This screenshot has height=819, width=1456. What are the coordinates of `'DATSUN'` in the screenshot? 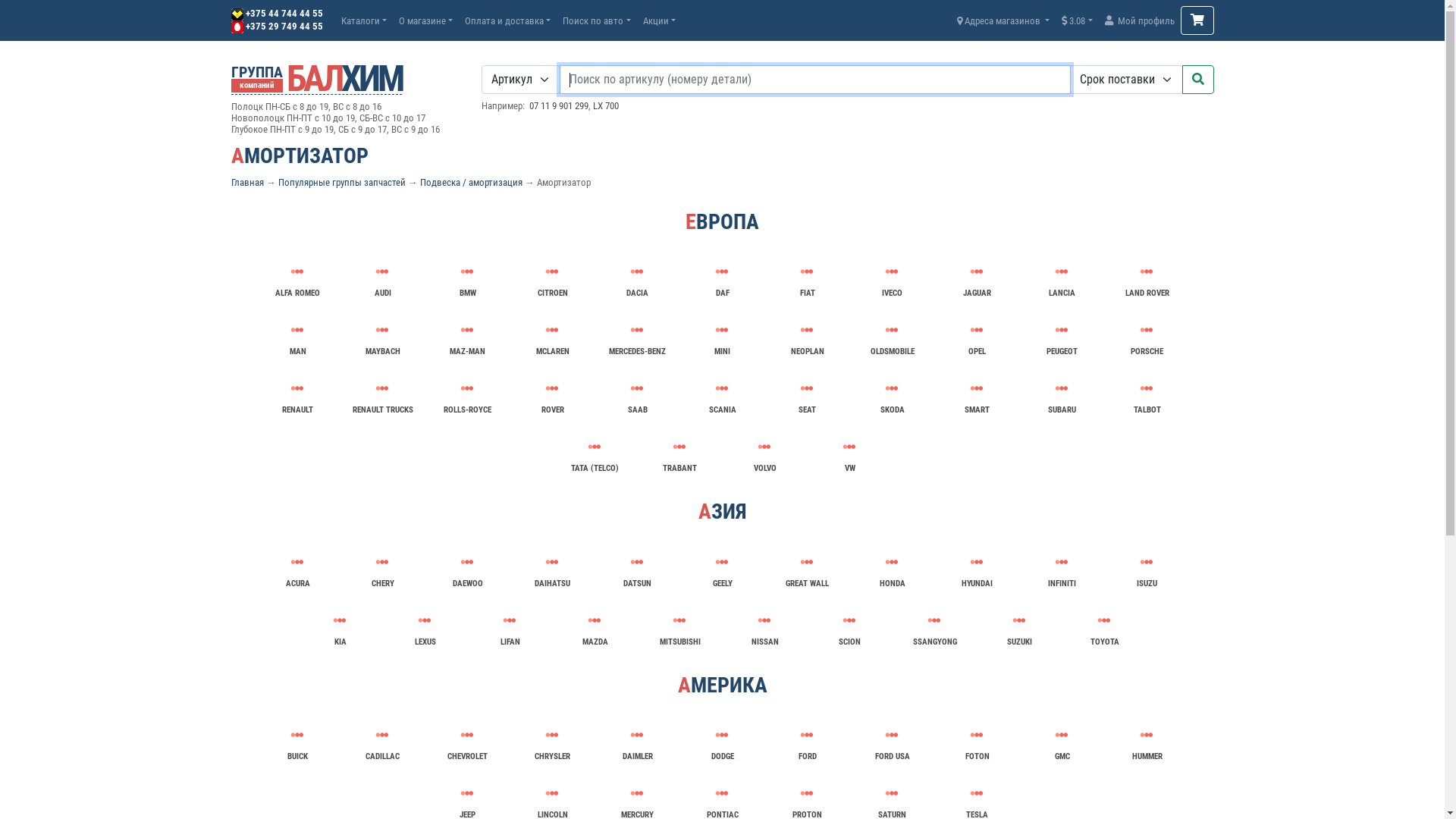 It's located at (637, 561).